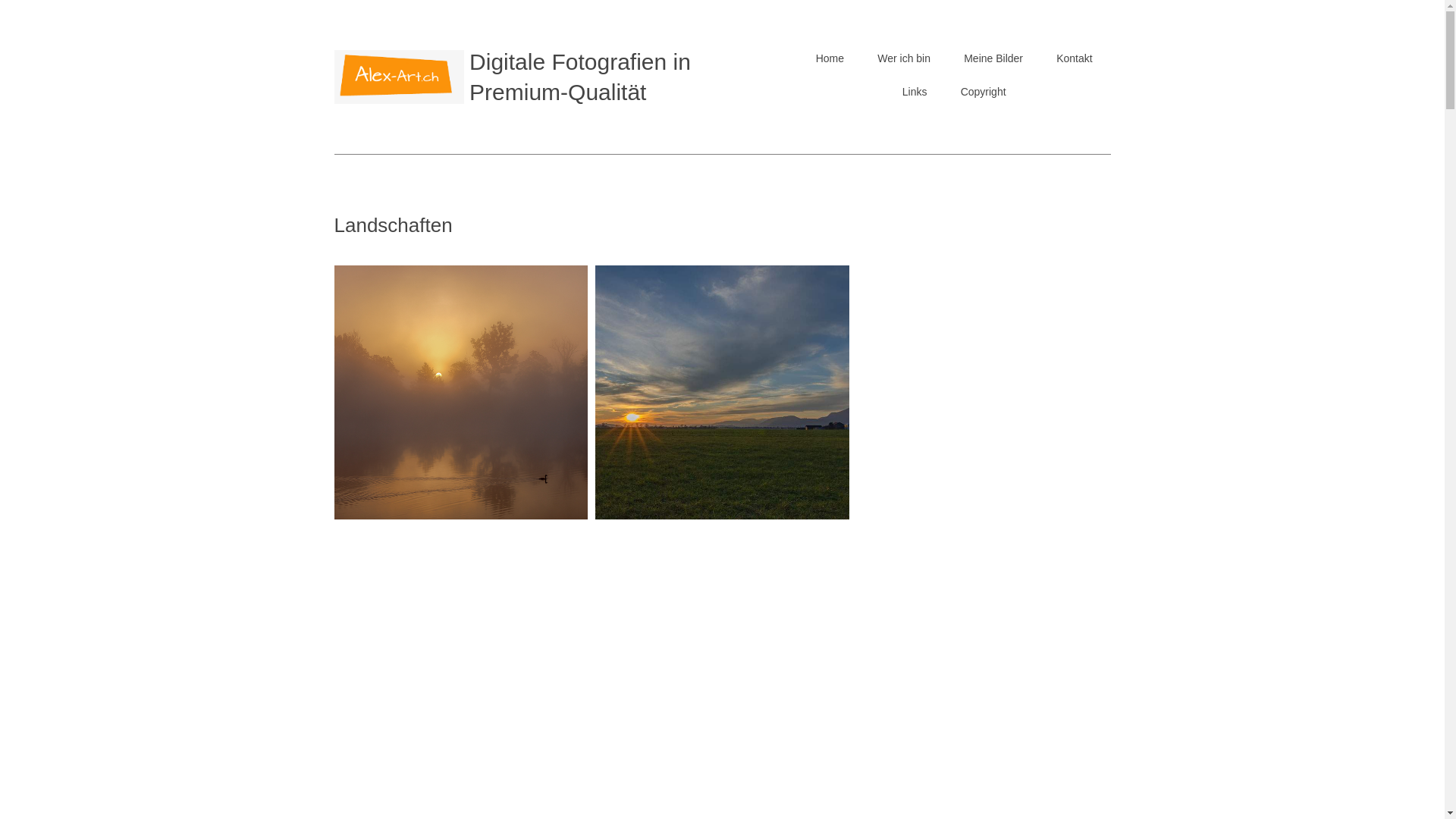 The width and height of the screenshot is (1456, 819). What do you see at coordinates (983, 91) in the screenshot?
I see `'Copyright'` at bounding box center [983, 91].